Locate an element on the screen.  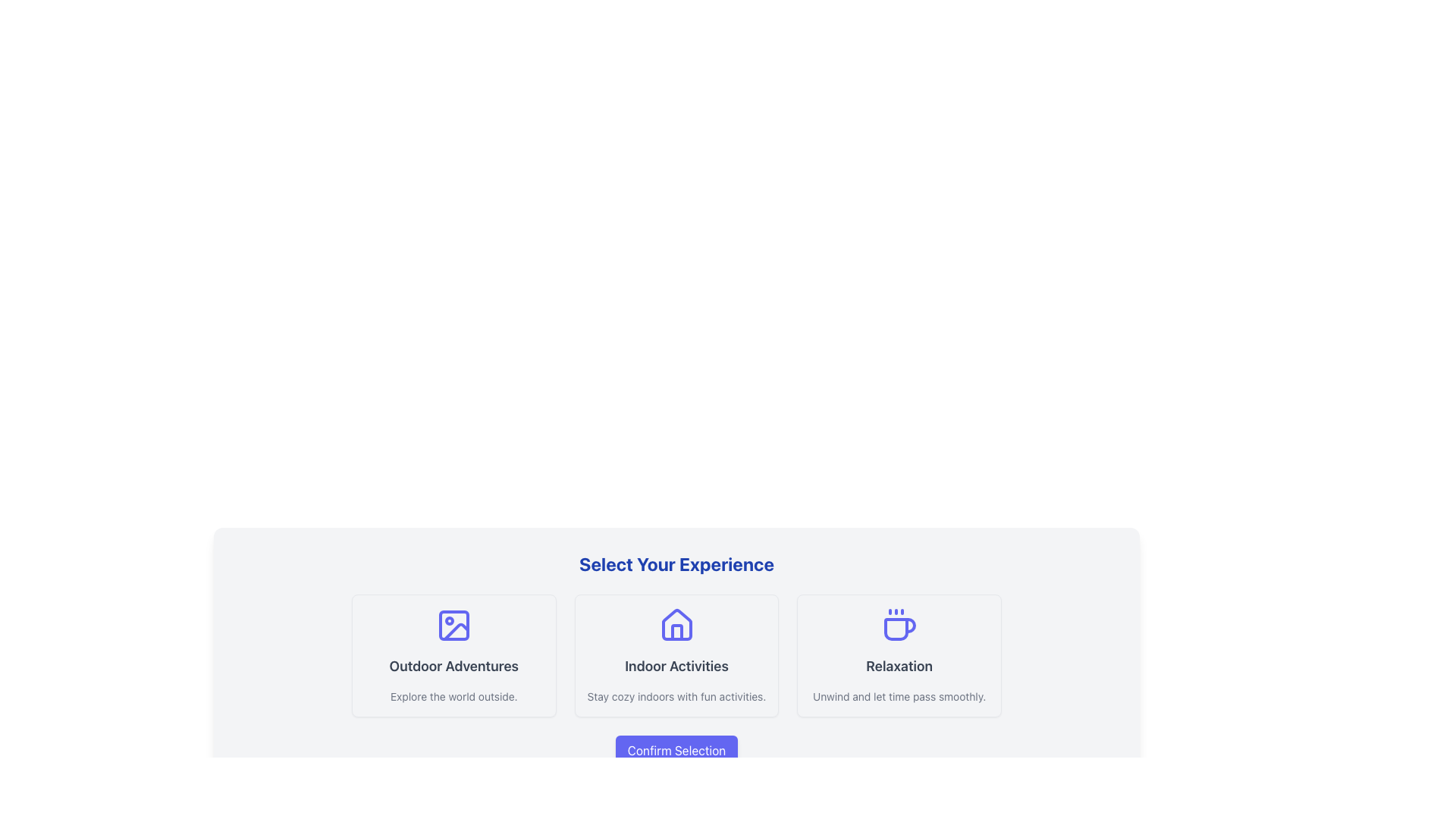
the rectangular card styled with a soft border and shadow, featuring the text 'Indoor Activities' centered in bold is located at coordinates (676, 654).